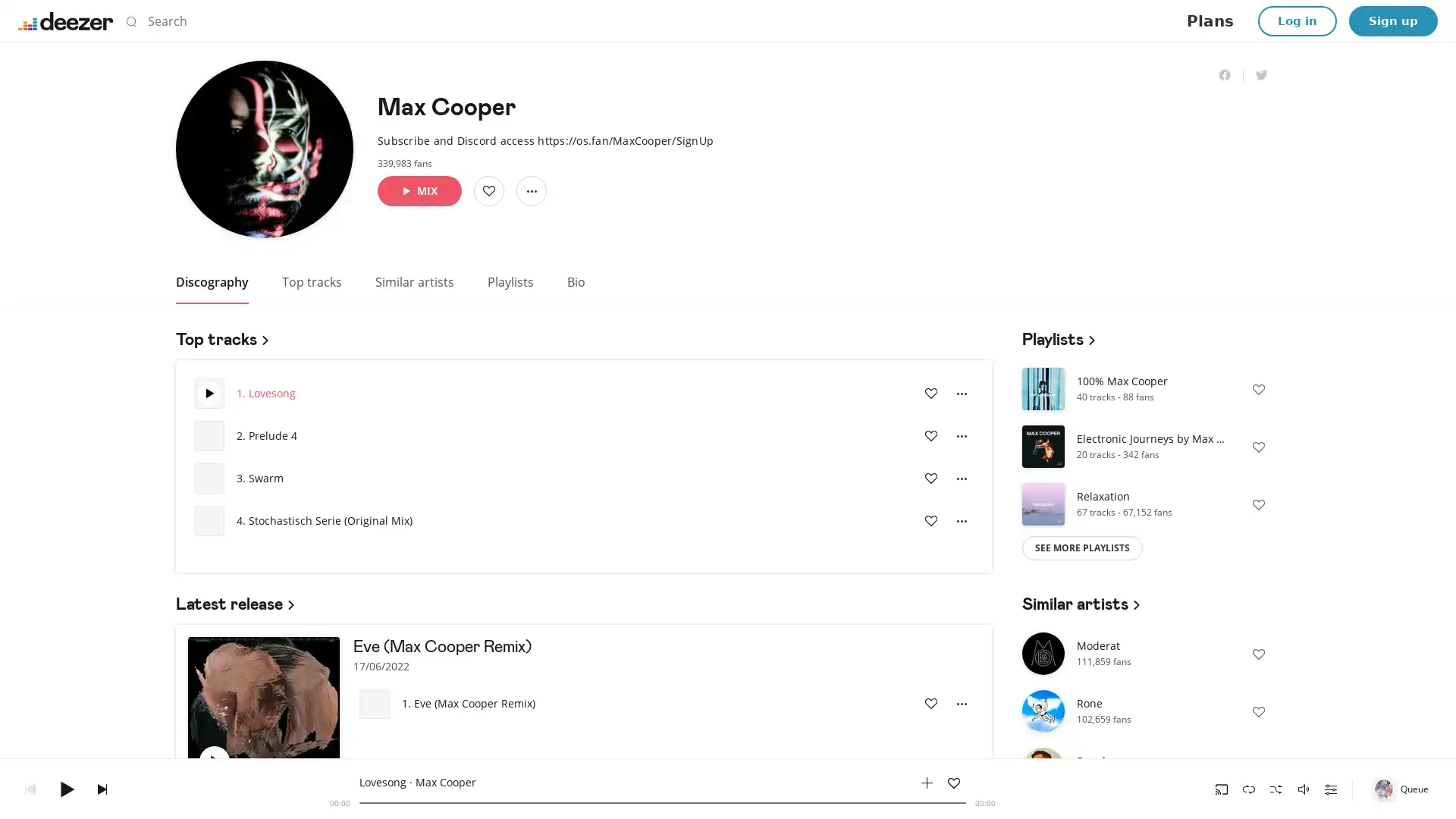 The width and height of the screenshot is (1456, 819). What do you see at coordinates (930, 393) in the screenshot?
I see `Add to favourite tracks` at bounding box center [930, 393].